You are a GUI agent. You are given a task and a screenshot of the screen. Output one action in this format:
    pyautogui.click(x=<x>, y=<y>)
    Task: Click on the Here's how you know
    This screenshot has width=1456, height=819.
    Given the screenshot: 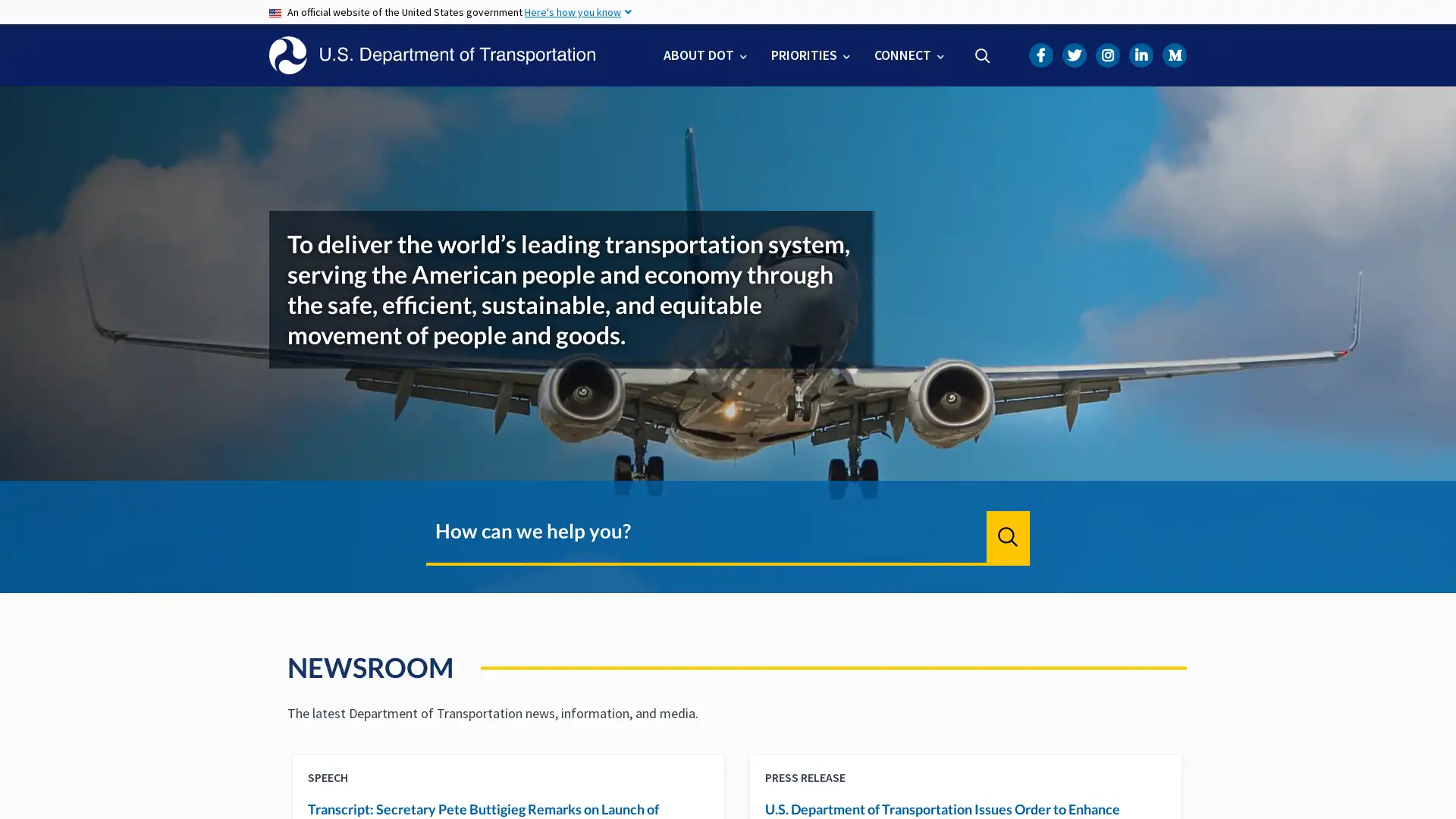 What is the action you would take?
    pyautogui.click(x=577, y=12)
    